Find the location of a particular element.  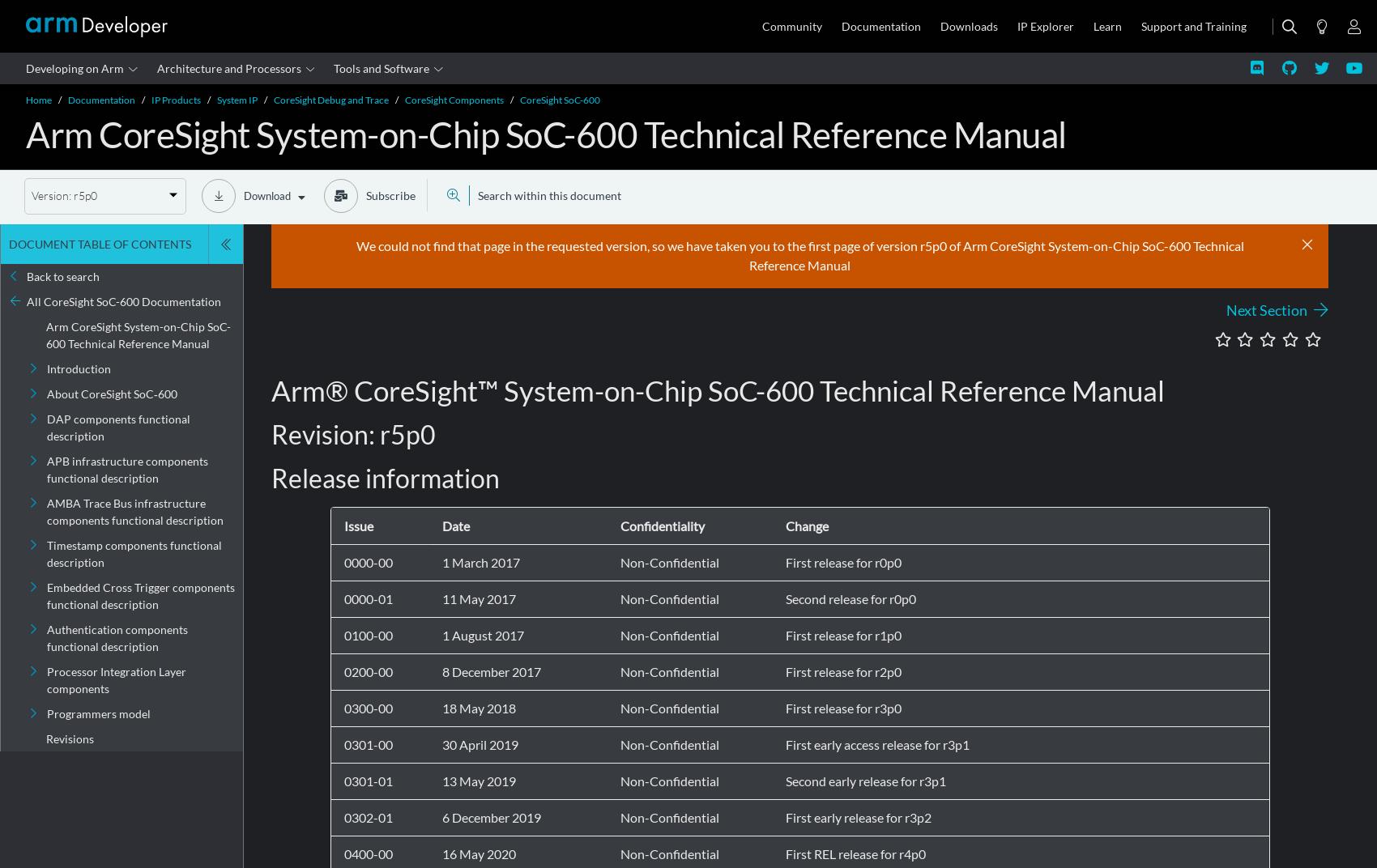

'Date' is located at coordinates (441, 525).